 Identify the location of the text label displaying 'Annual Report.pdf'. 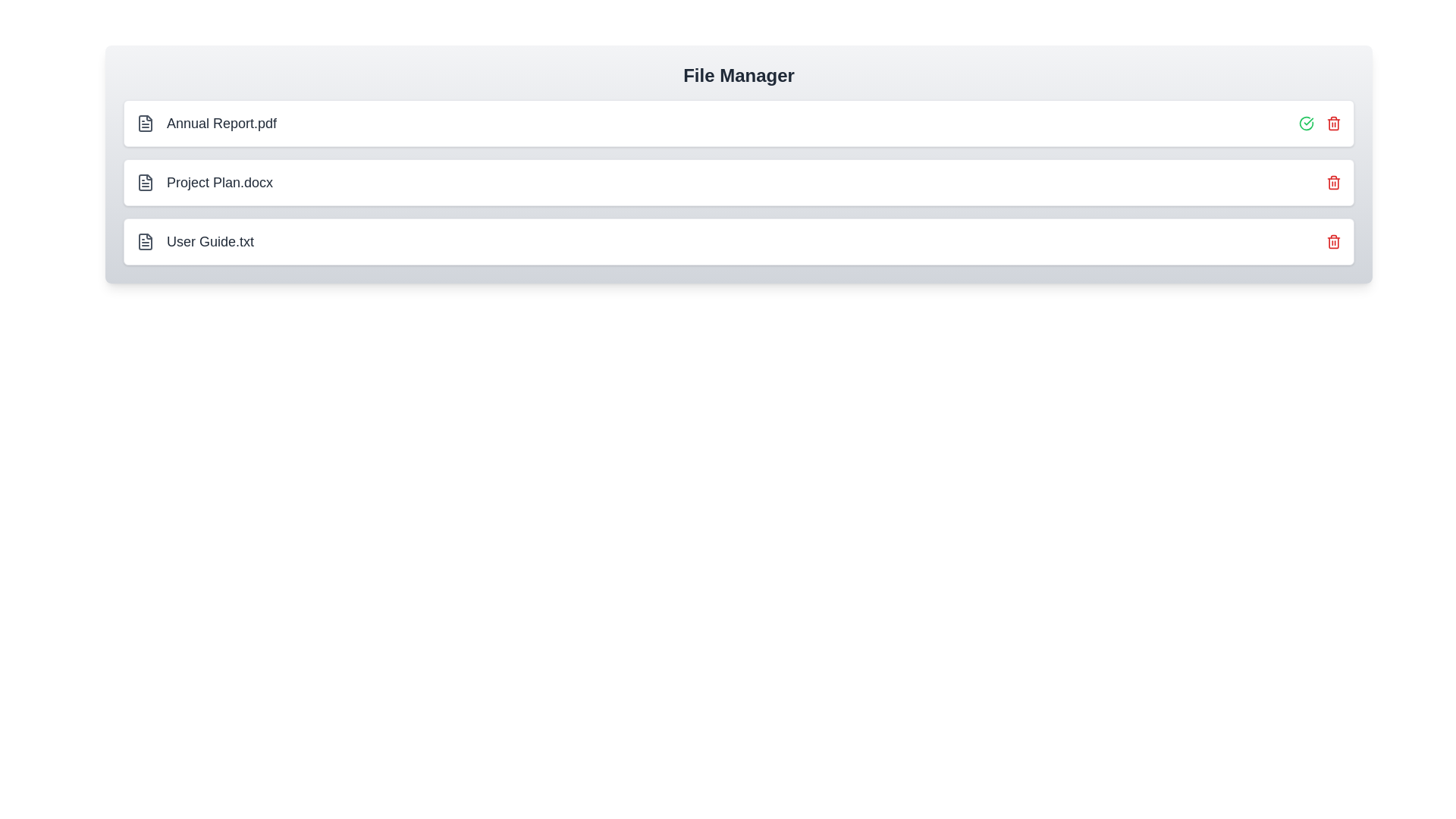
(221, 122).